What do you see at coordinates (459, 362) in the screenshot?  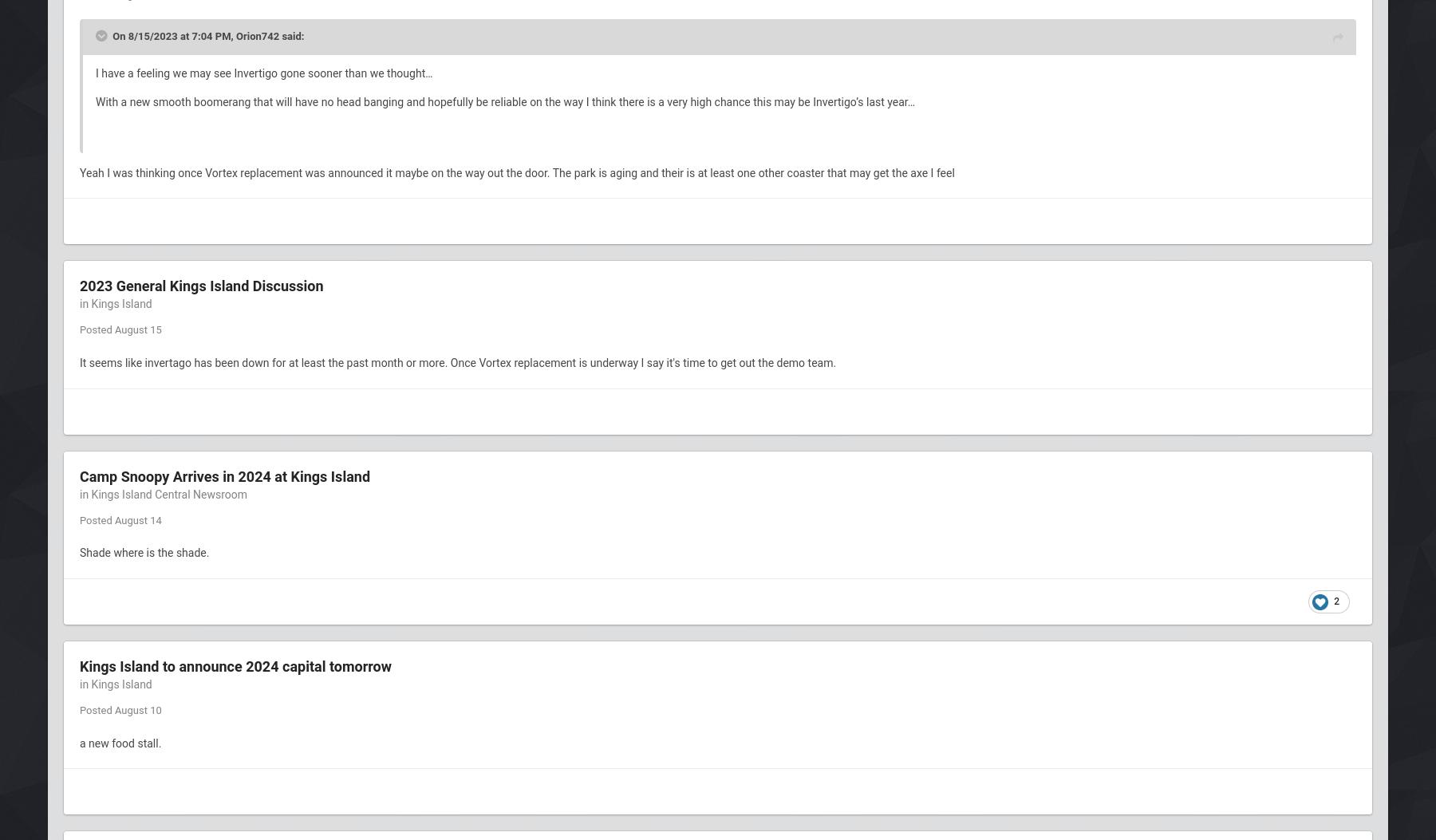 I see `'It seems like invertago has been down for at least the past month or more. Once Vortex replacement is underway I say it's time to get out the demo team.'` at bounding box center [459, 362].